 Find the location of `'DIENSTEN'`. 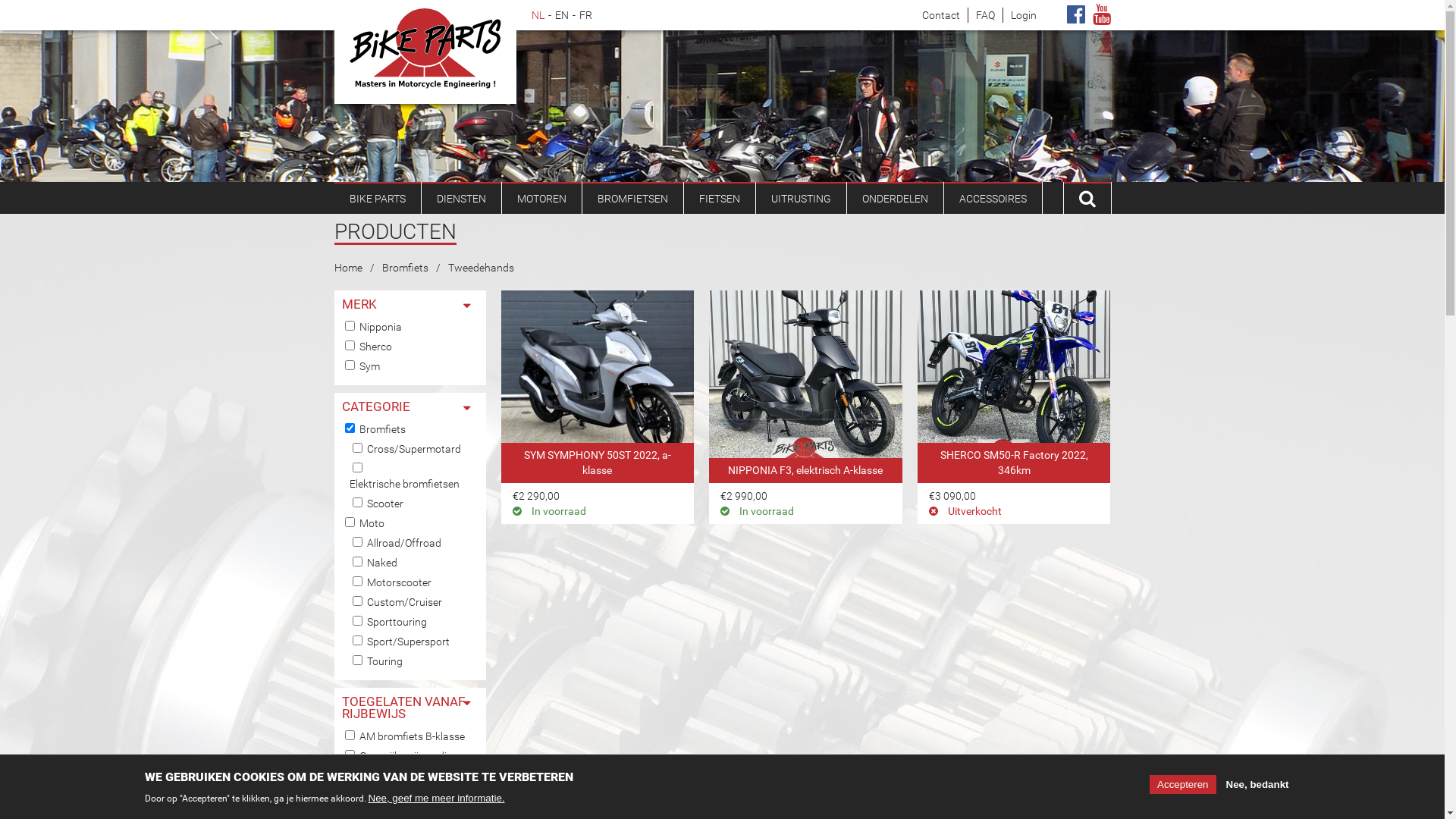

'DIENSTEN' is located at coordinates (422, 197).